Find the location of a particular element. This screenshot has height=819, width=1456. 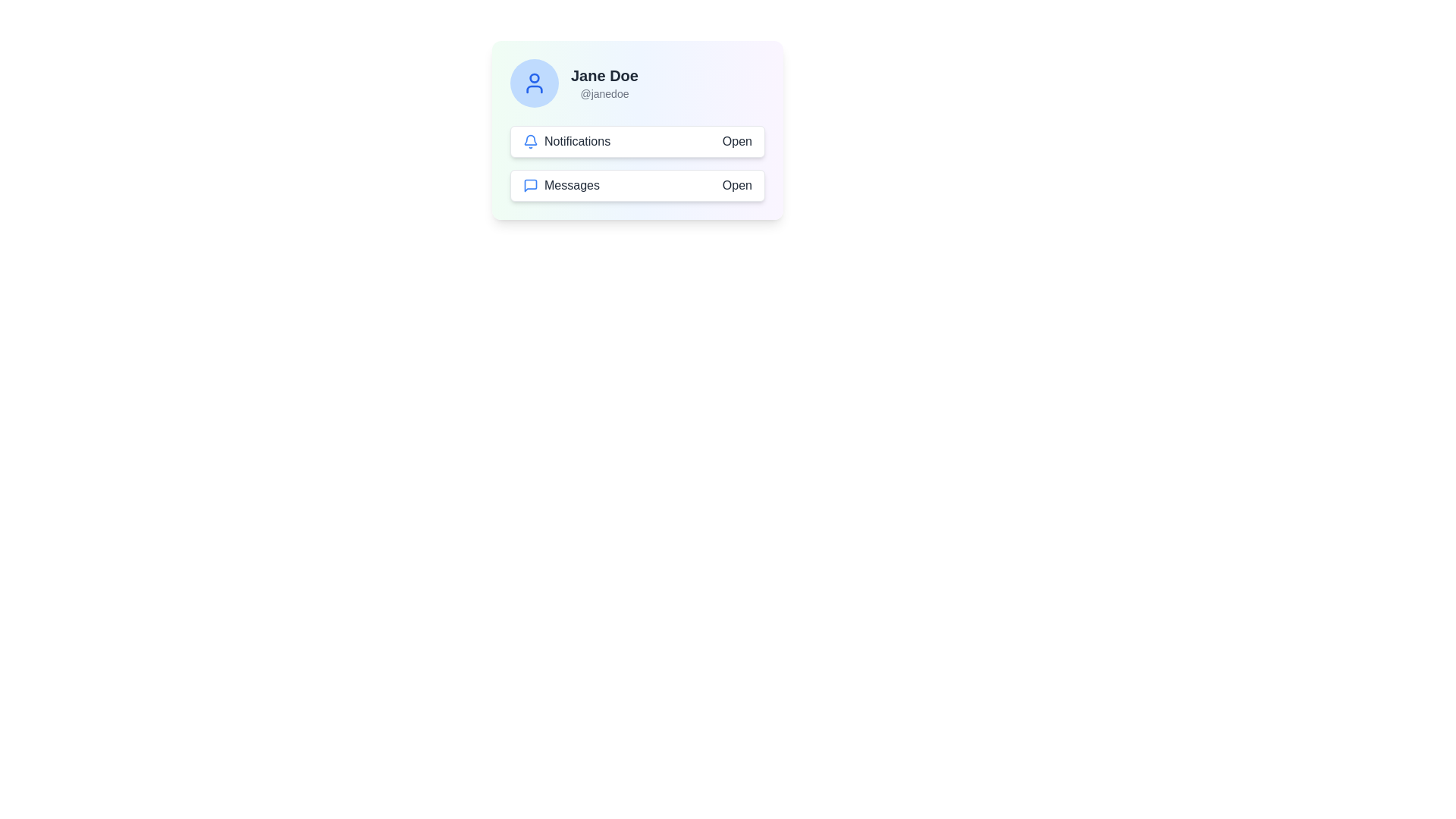

the user avatar icon, which features a simplistic representation of a person with a circular head and torso, styled with blue strokes within a circular background is located at coordinates (535, 83).